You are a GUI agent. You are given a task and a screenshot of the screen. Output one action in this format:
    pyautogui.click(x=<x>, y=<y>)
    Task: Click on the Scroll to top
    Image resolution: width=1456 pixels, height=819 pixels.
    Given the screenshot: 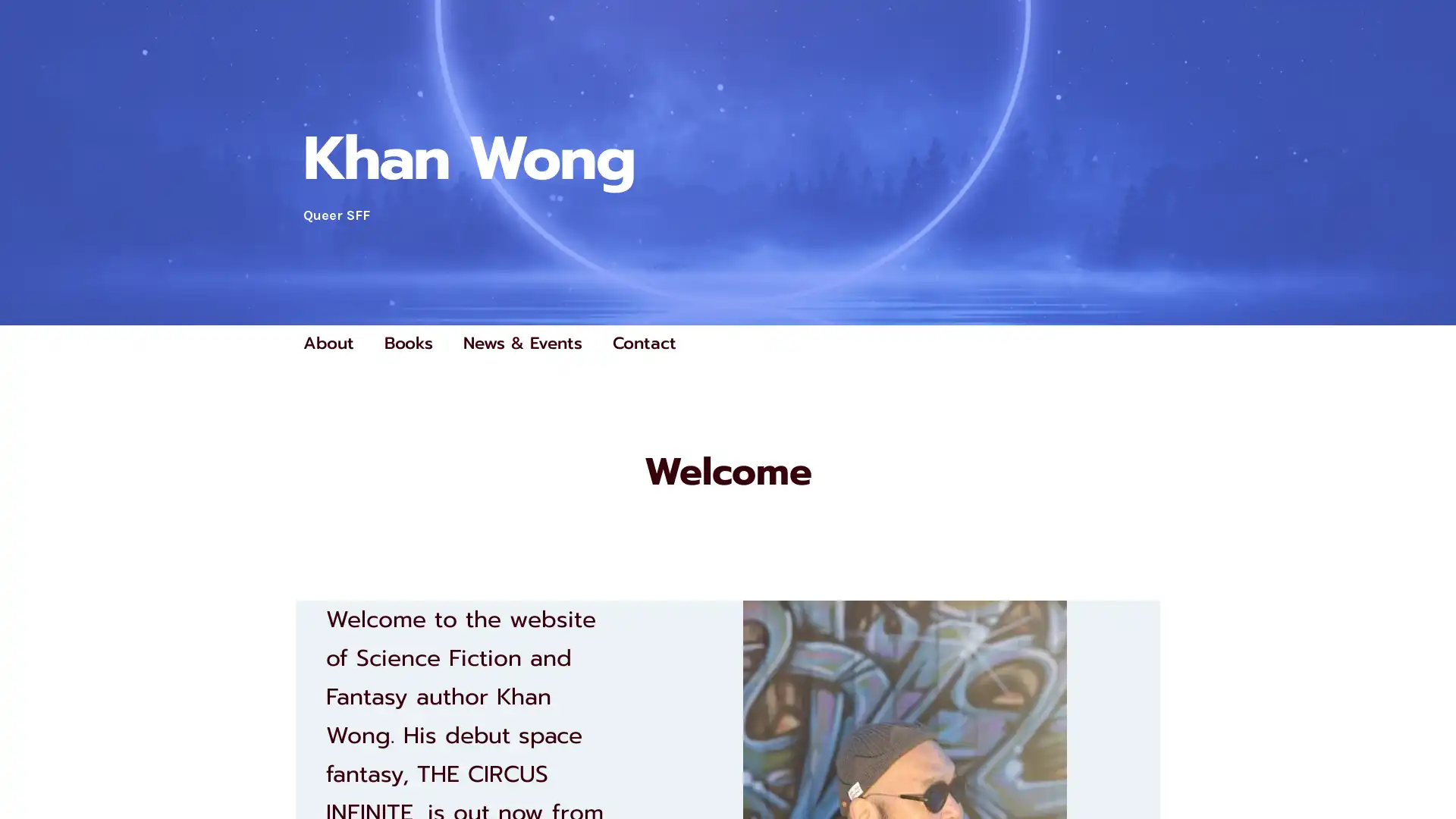 What is the action you would take?
    pyautogui.click(x=1426, y=767)
    